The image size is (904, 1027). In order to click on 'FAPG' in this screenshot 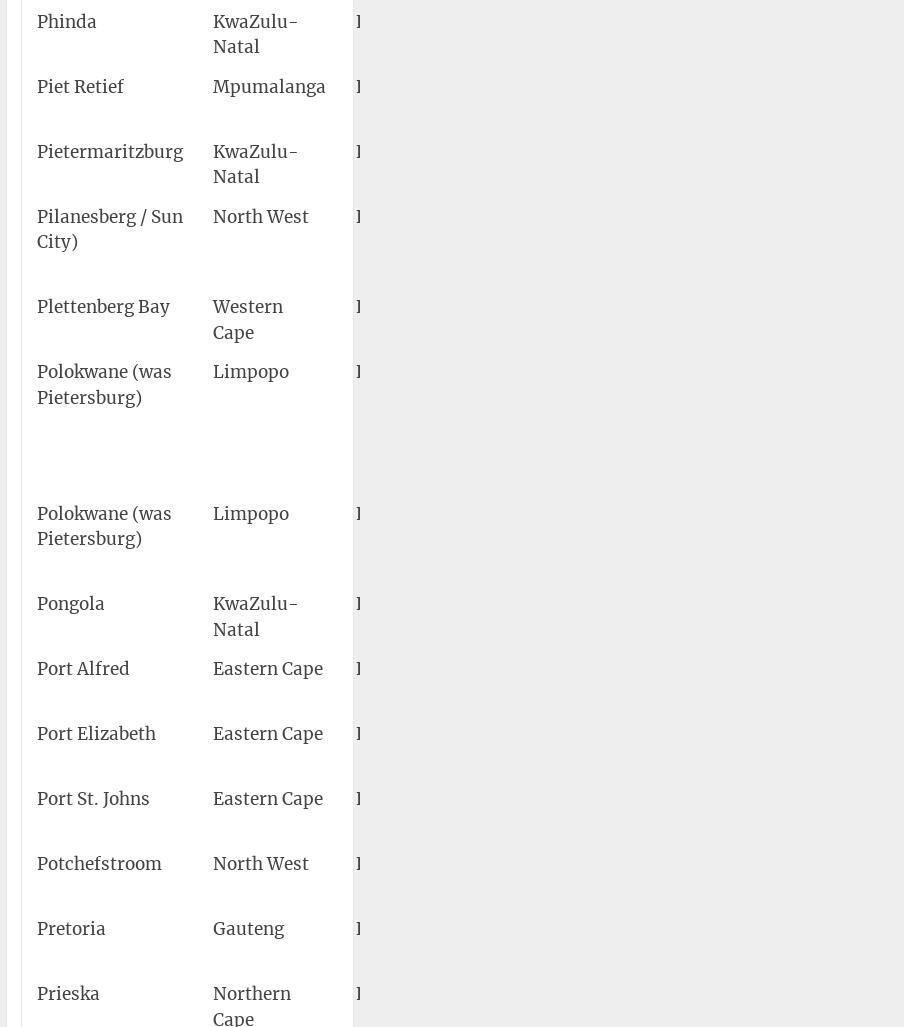, I will do `click(378, 305)`.